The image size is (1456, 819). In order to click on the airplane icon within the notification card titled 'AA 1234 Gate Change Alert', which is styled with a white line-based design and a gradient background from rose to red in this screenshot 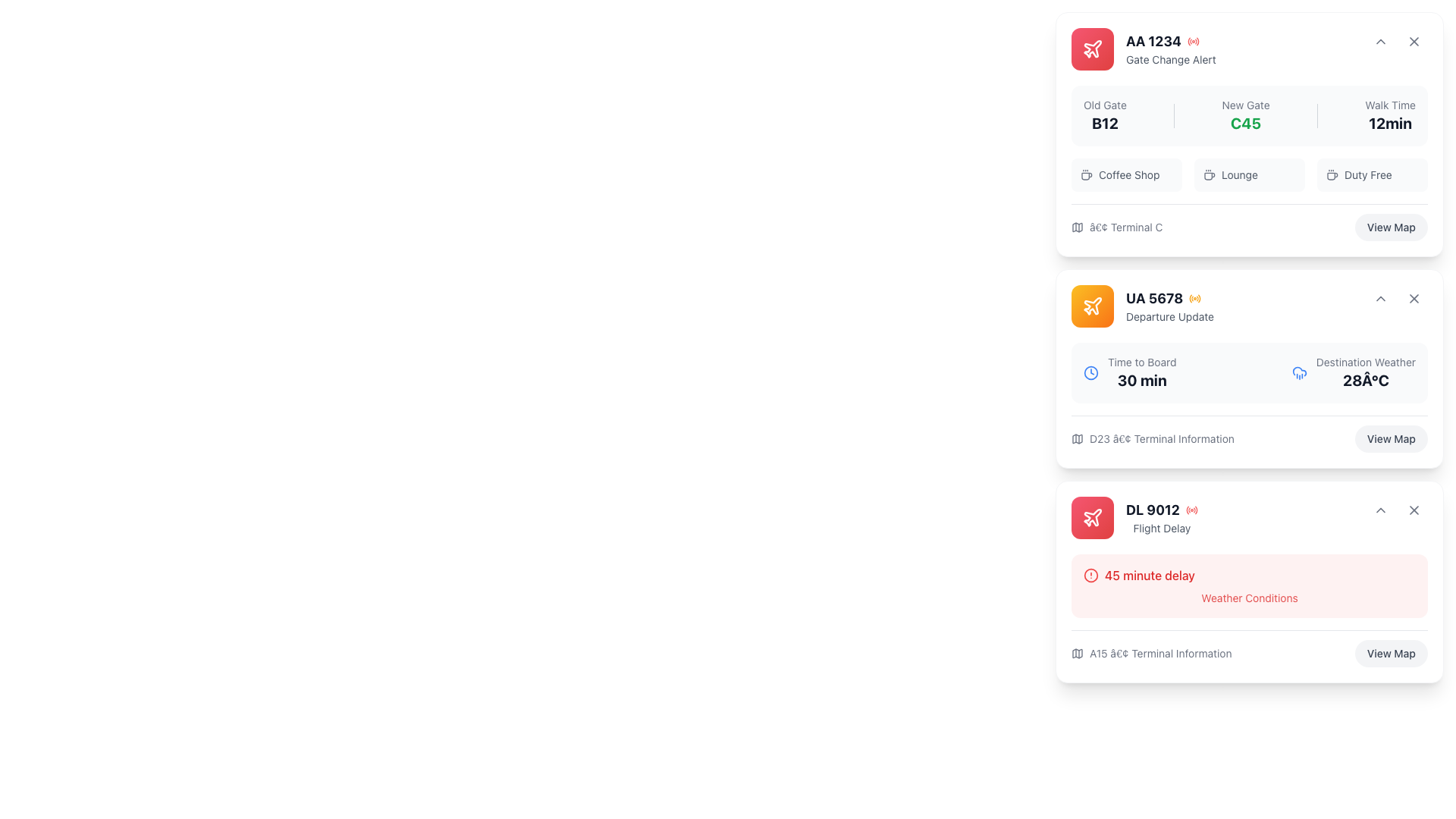, I will do `click(1092, 49)`.